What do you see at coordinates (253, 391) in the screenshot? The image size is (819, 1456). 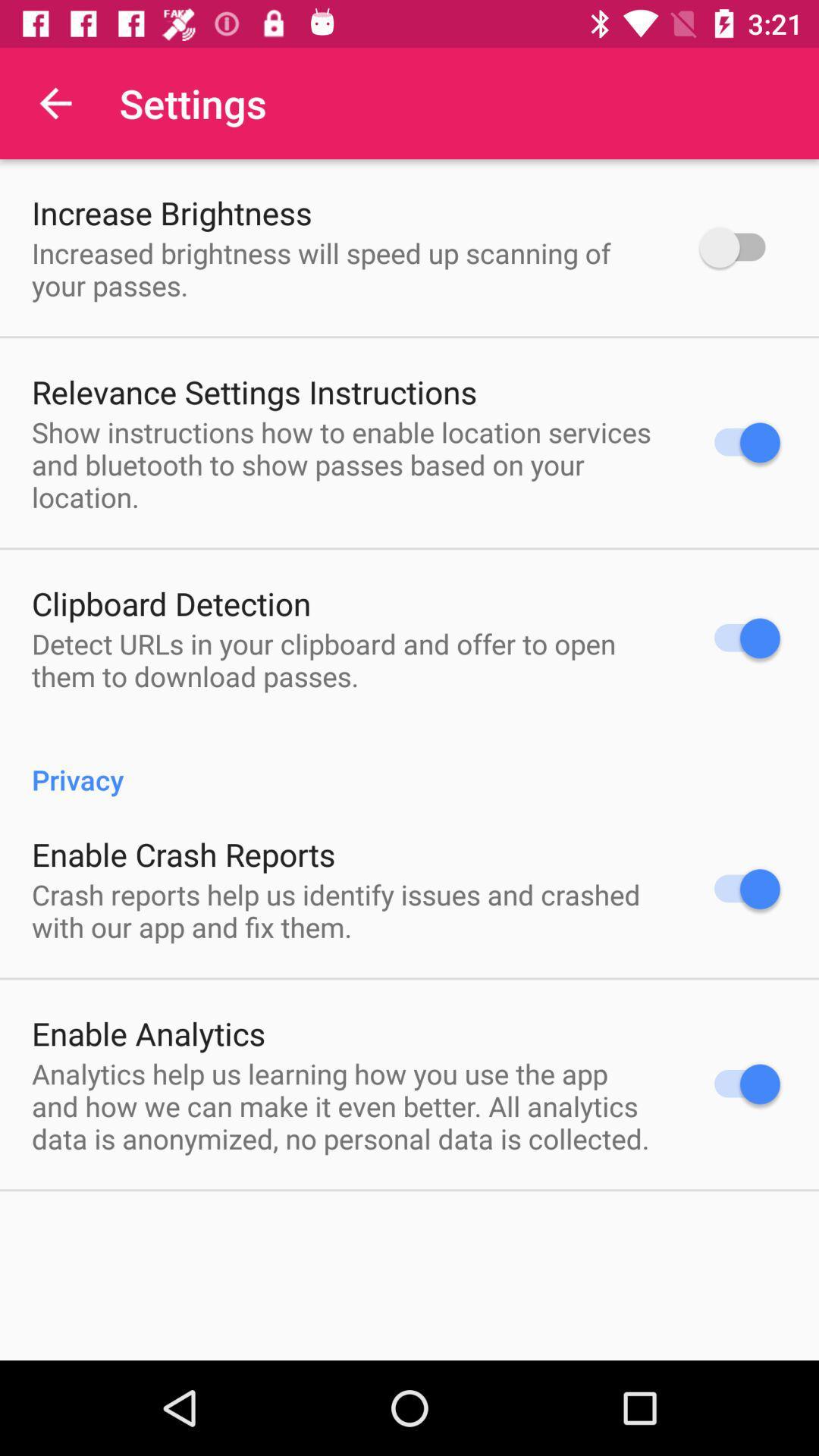 I see `item below increased brightness will item` at bounding box center [253, 391].